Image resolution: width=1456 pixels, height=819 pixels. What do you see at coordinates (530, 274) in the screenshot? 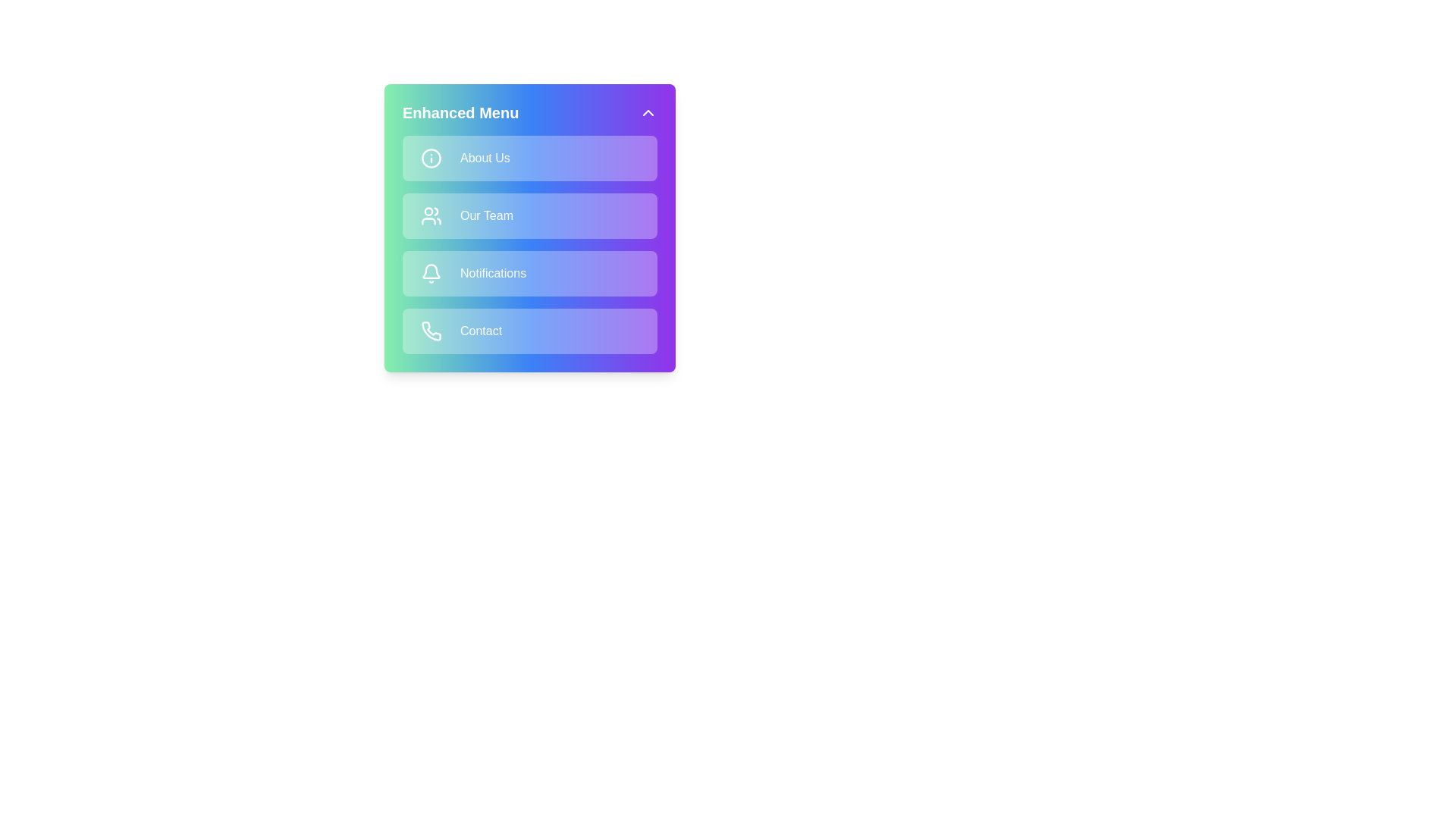
I see `the menu item labeled Notifications to observe its hover effect` at bounding box center [530, 274].